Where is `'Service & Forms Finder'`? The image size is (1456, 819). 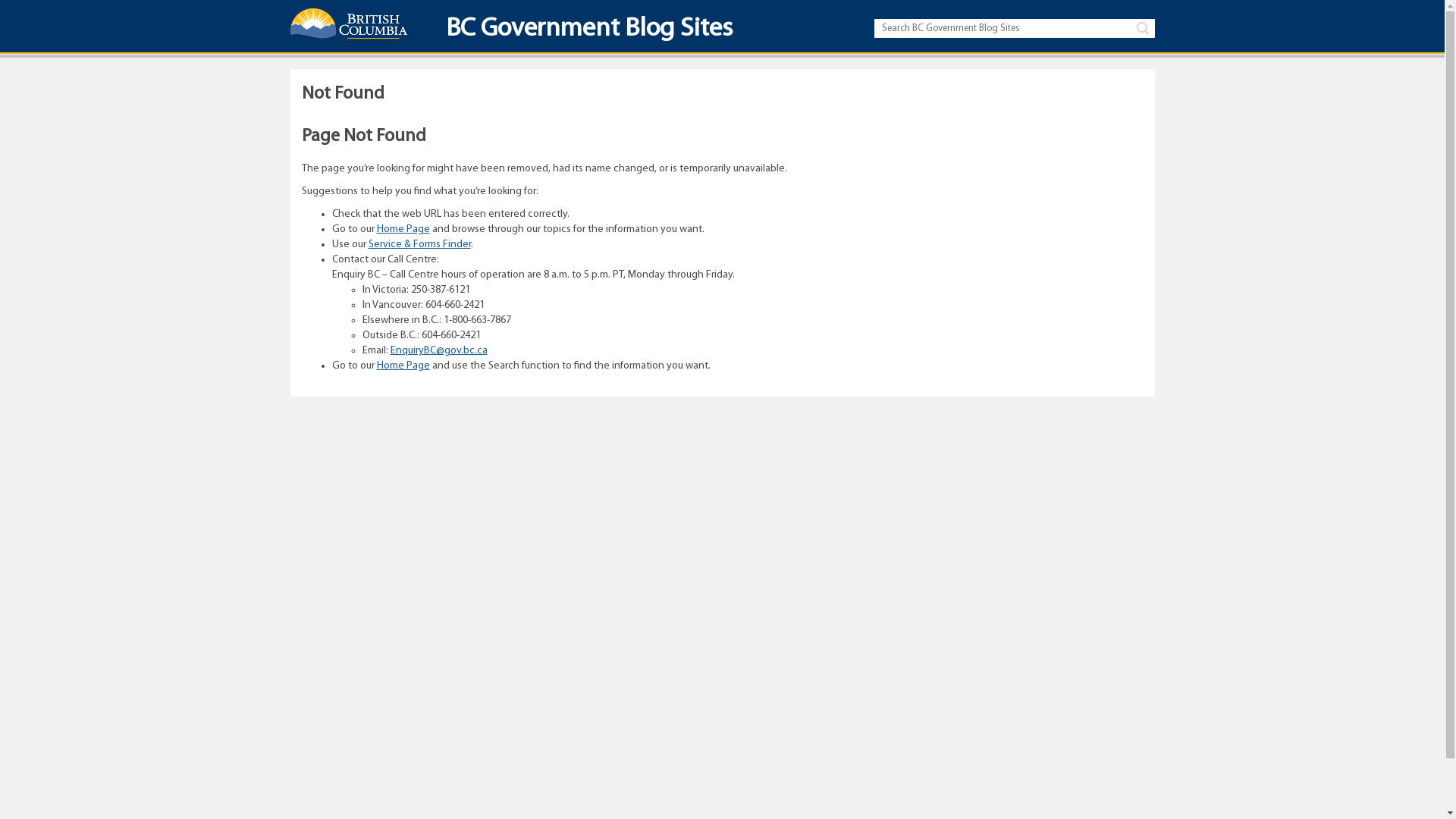 'Service & Forms Finder' is located at coordinates (419, 243).